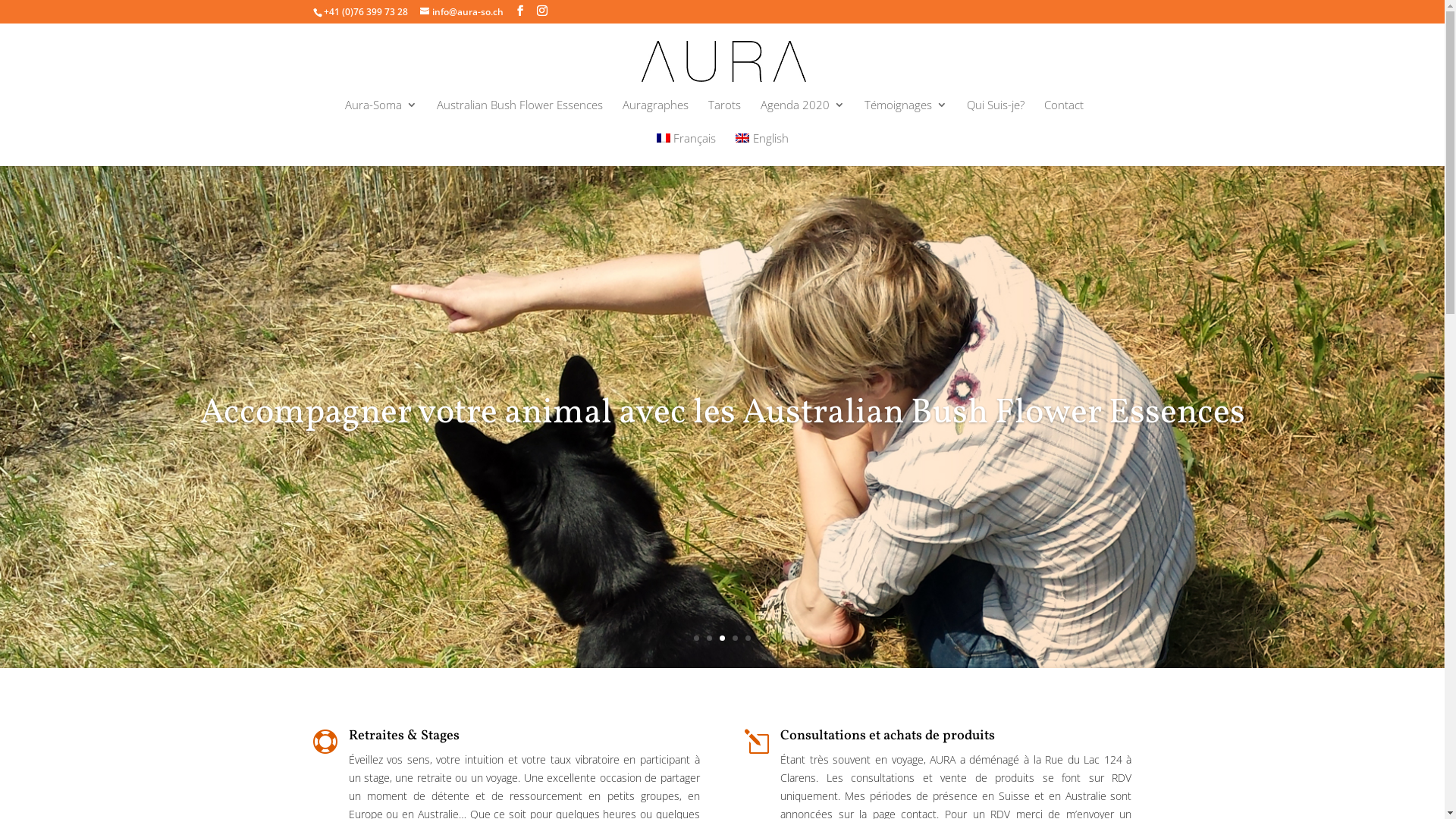 Image resolution: width=1456 pixels, height=819 pixels. I want to click on 'Retraites & Stages', so click(403, 735).